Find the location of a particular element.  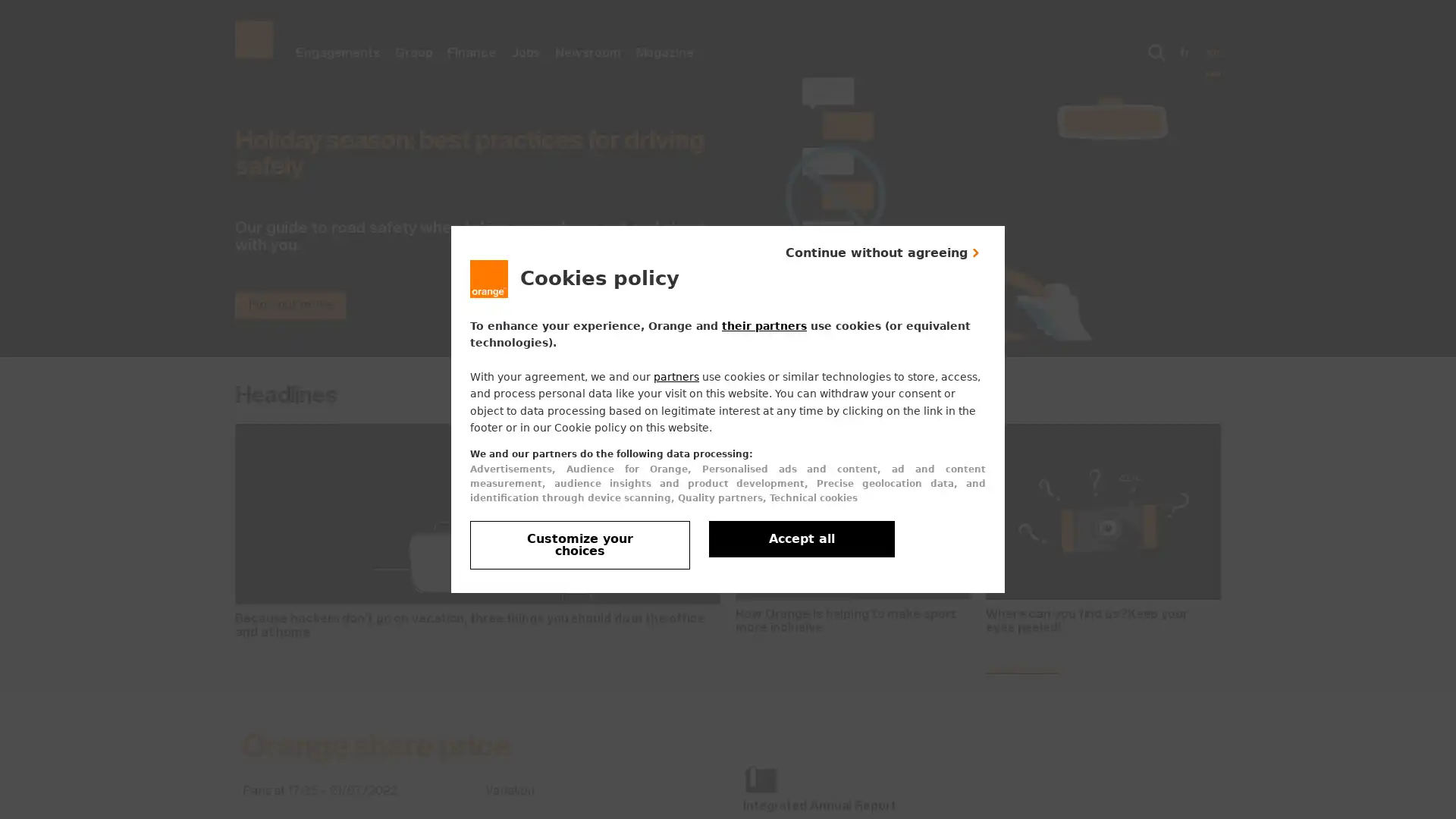

Configure your consents is located at coordinates (579, 544).